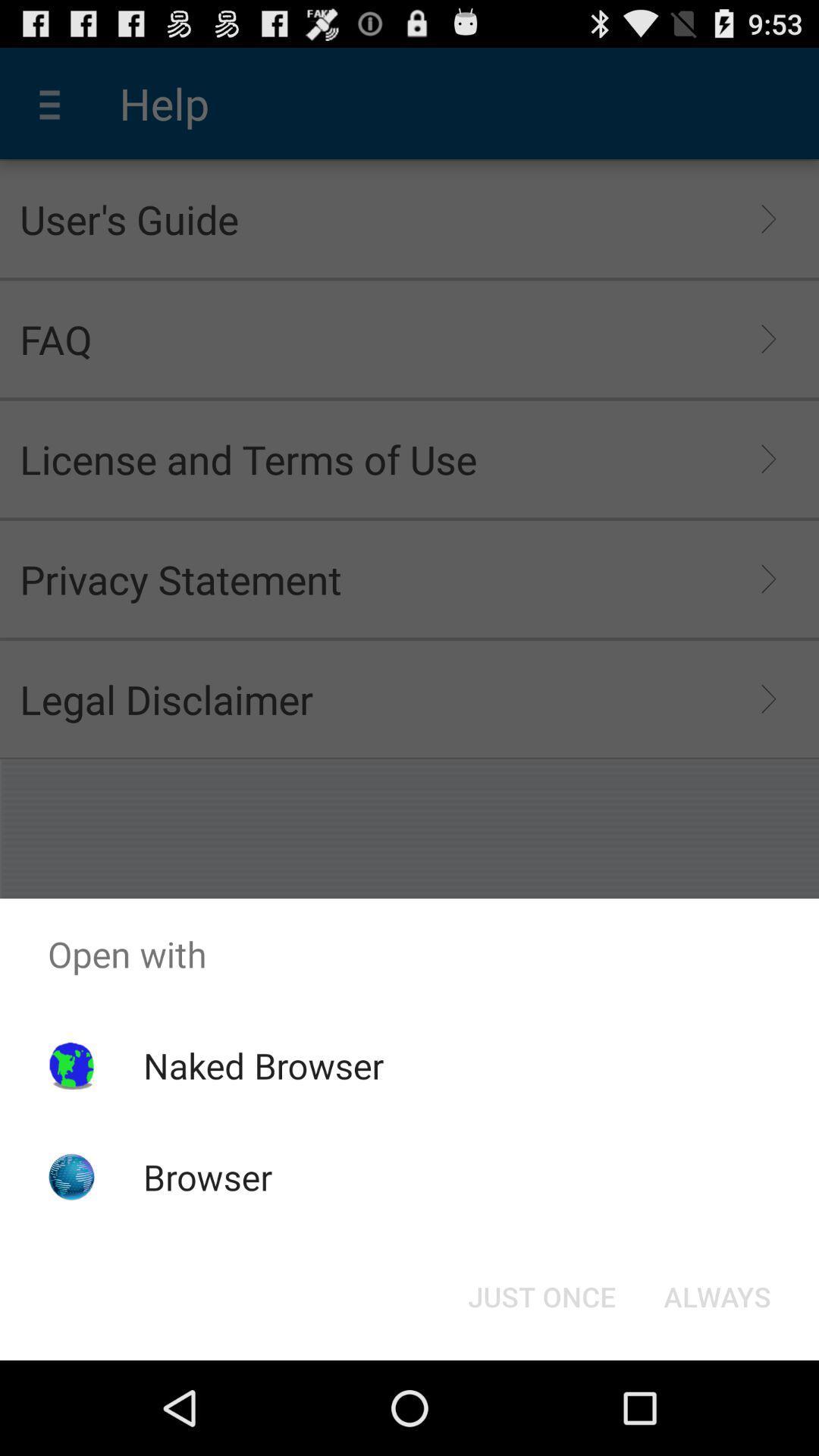 Image resolution: width=819 pixels, height=1456 pixels. I want to click on icon below open with item, so click(541, 1295).